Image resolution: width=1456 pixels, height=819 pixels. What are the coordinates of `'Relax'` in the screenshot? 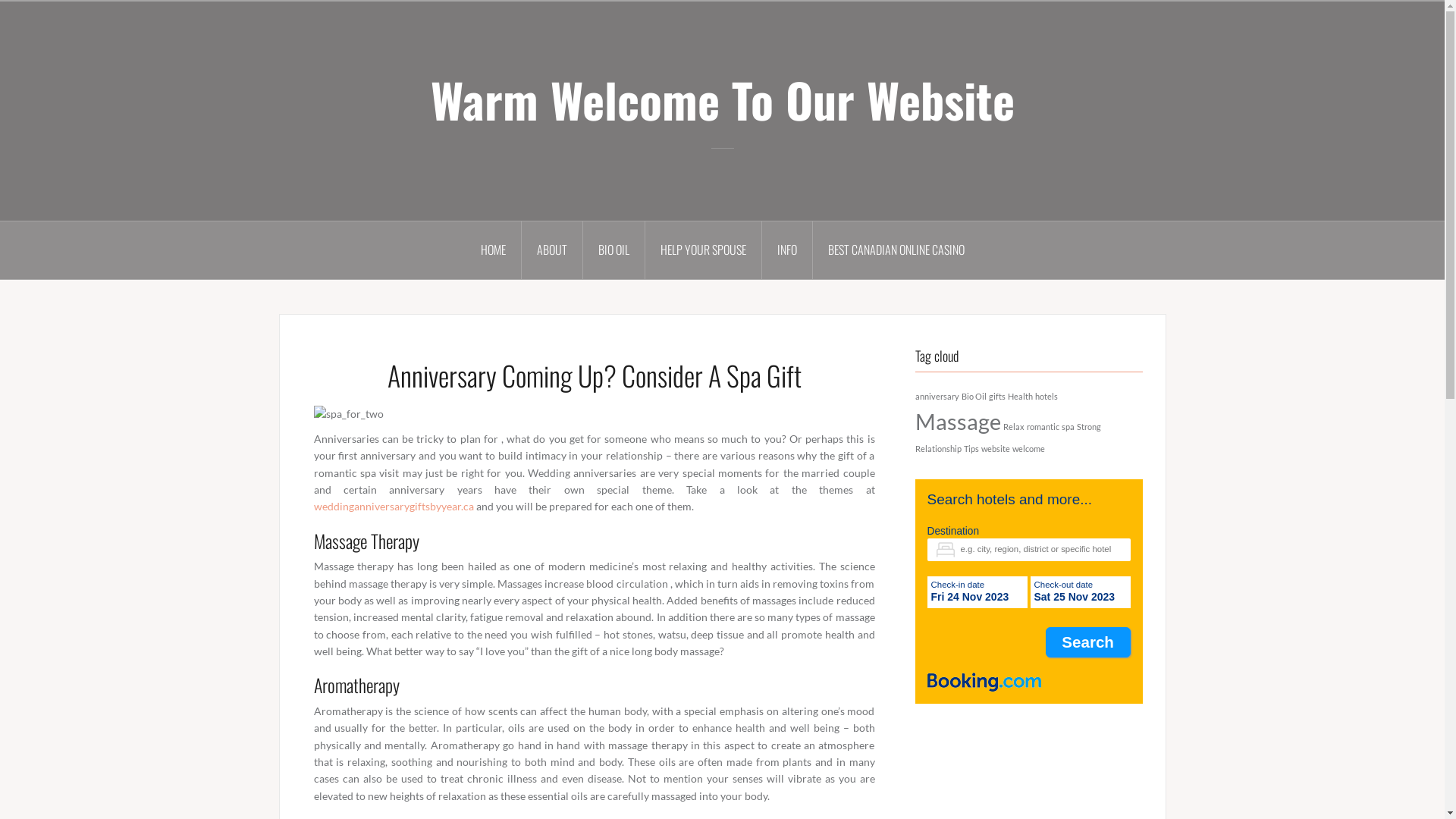 It's located at (1012, 426).